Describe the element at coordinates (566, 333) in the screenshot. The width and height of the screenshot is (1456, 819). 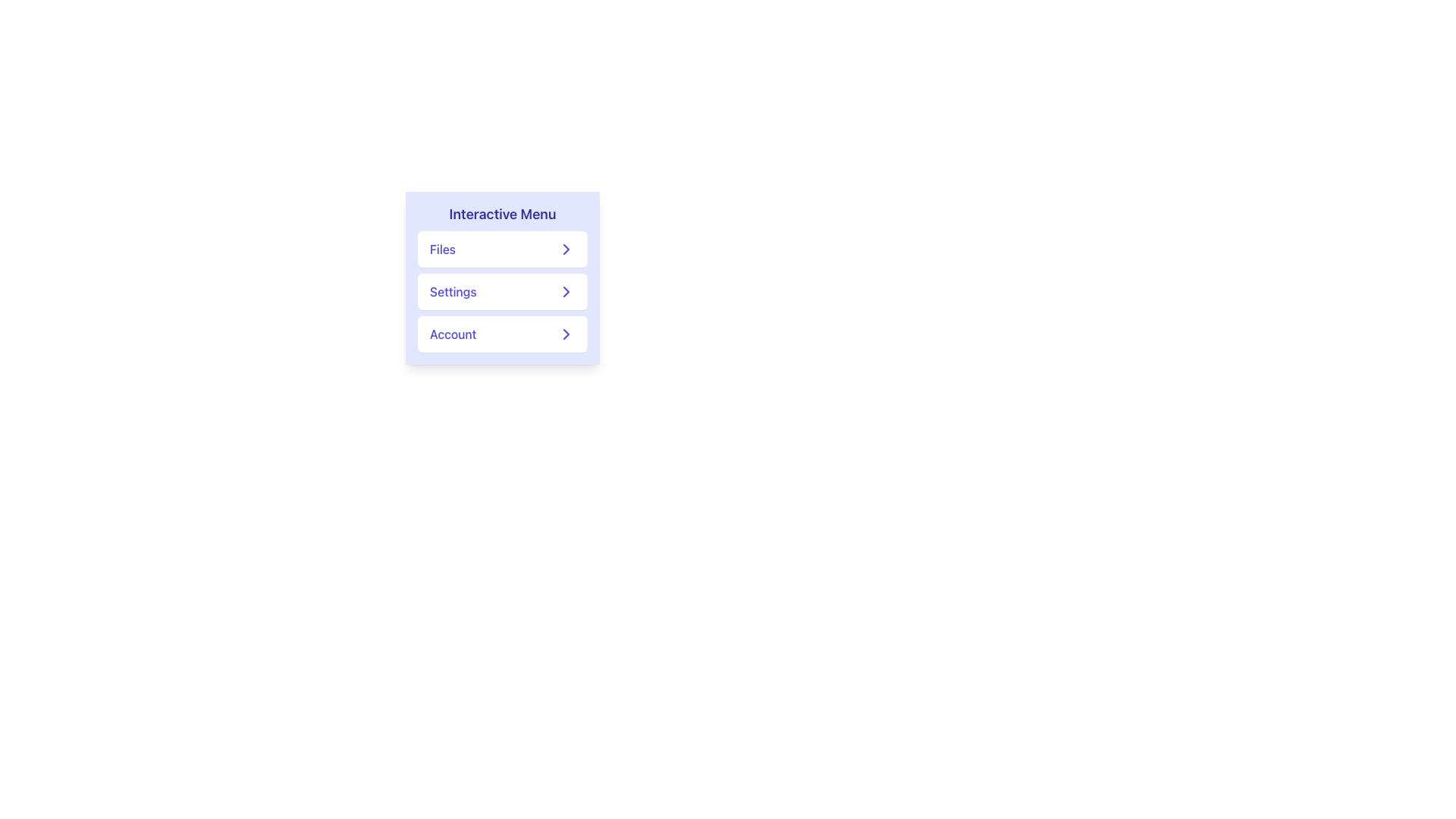
I see `the chevron arrow icon located at the rightmost part of the 'Account' menu item` at that location.